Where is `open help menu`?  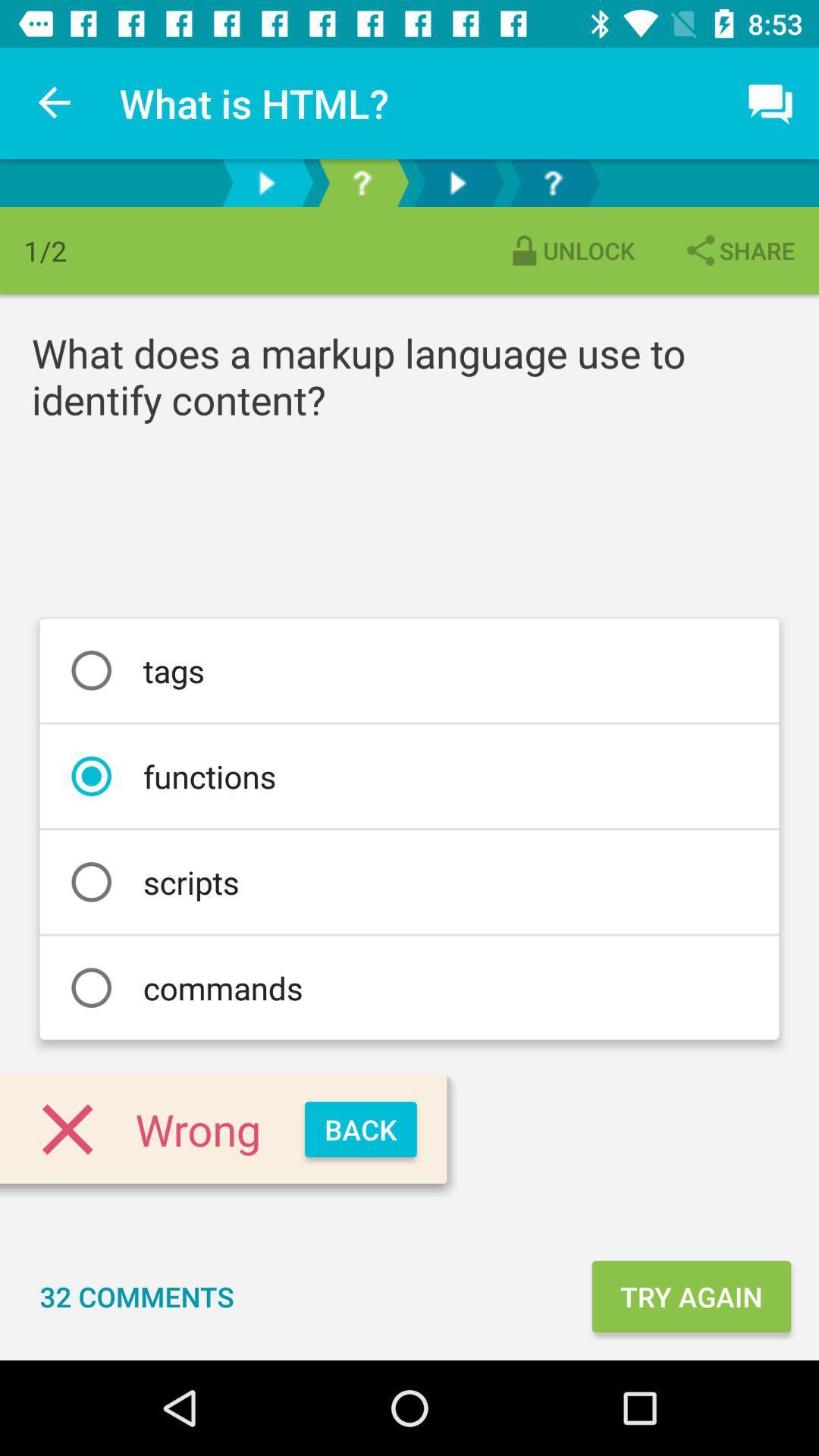
open help menu is located at coordinates (553, 182).